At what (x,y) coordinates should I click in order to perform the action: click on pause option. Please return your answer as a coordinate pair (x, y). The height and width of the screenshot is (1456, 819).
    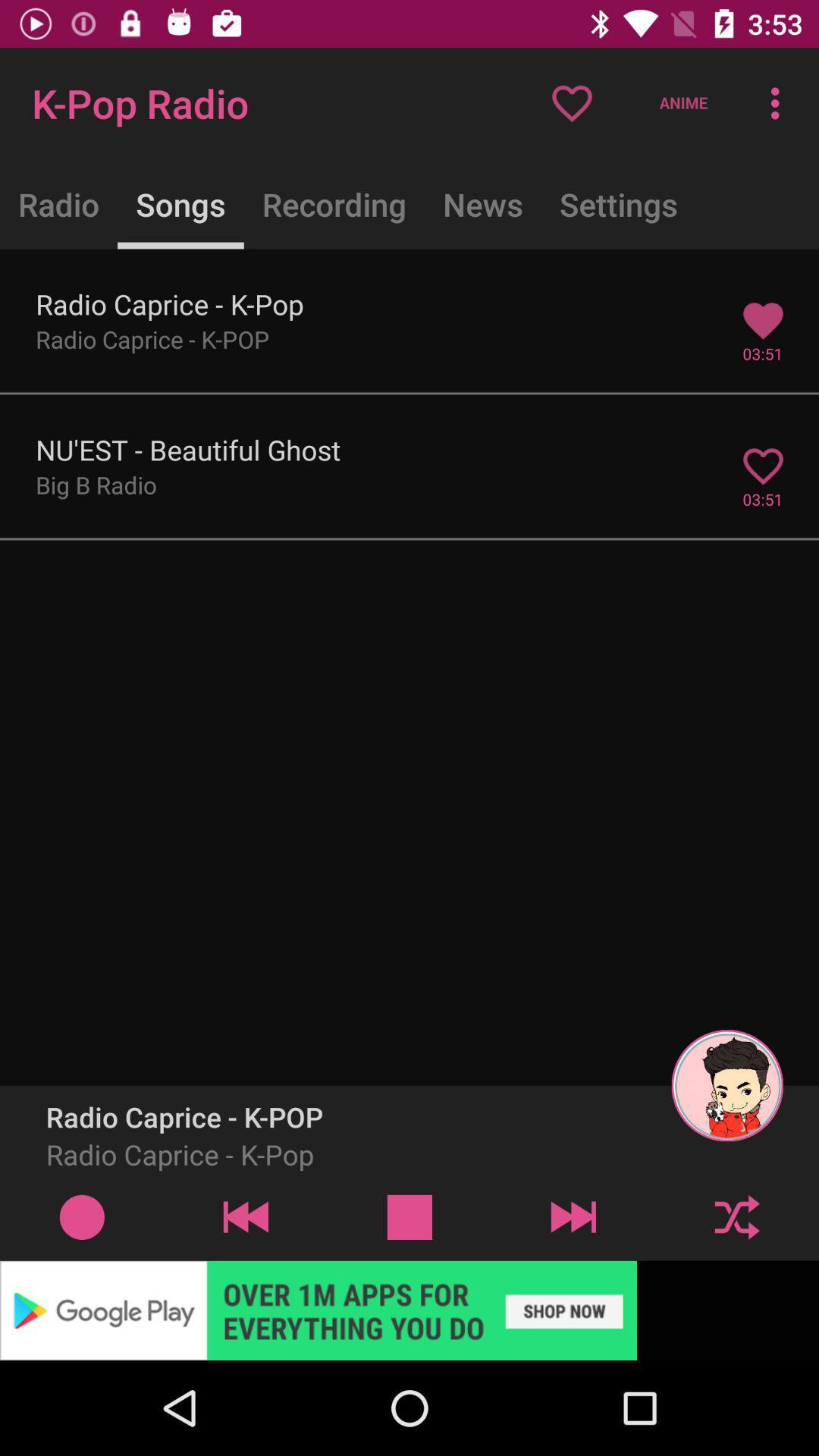
    Looking at the image, I should click on (409, 1216).